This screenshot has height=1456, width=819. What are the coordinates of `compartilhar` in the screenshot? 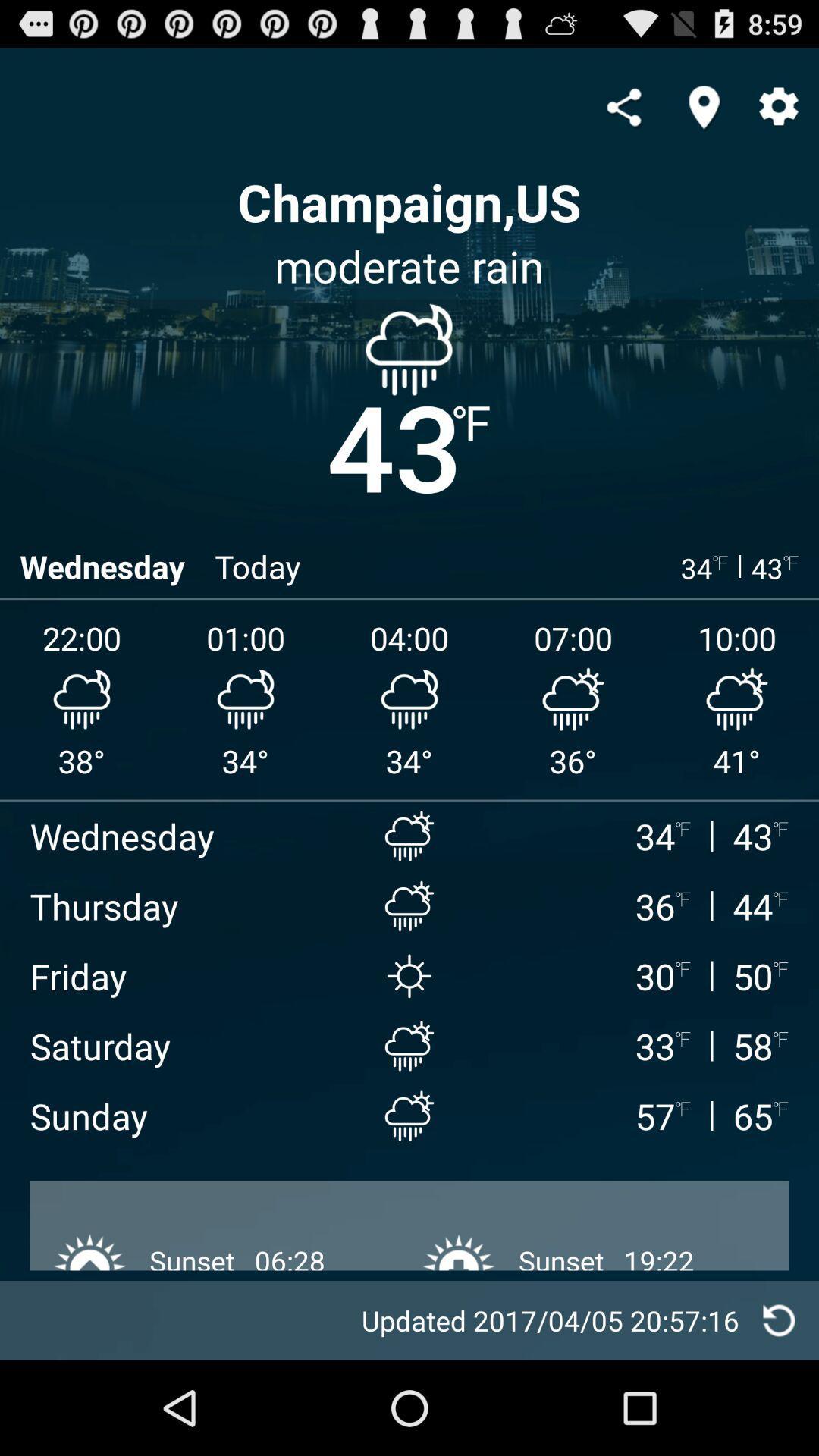 It's located at (623, 106).